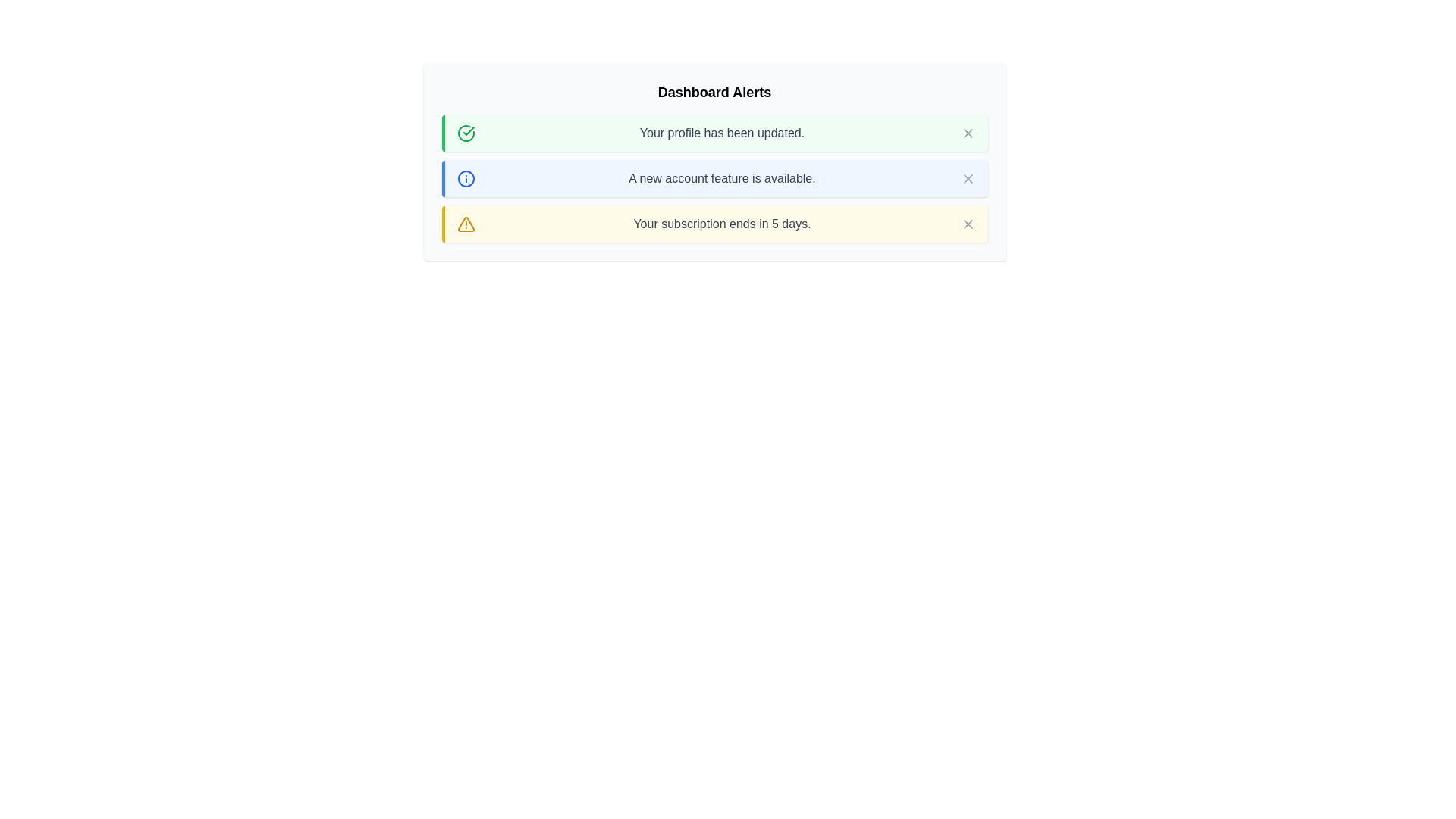 The width and height of the screenshot is (1456, 819). What do you see at coordinates (465, 224) in the screenshot?
I see `the yellow triangular warning icon located on the left side of the notification item stating 'Your subscription ends in 5 days.'` at bounding box center [465, 224].